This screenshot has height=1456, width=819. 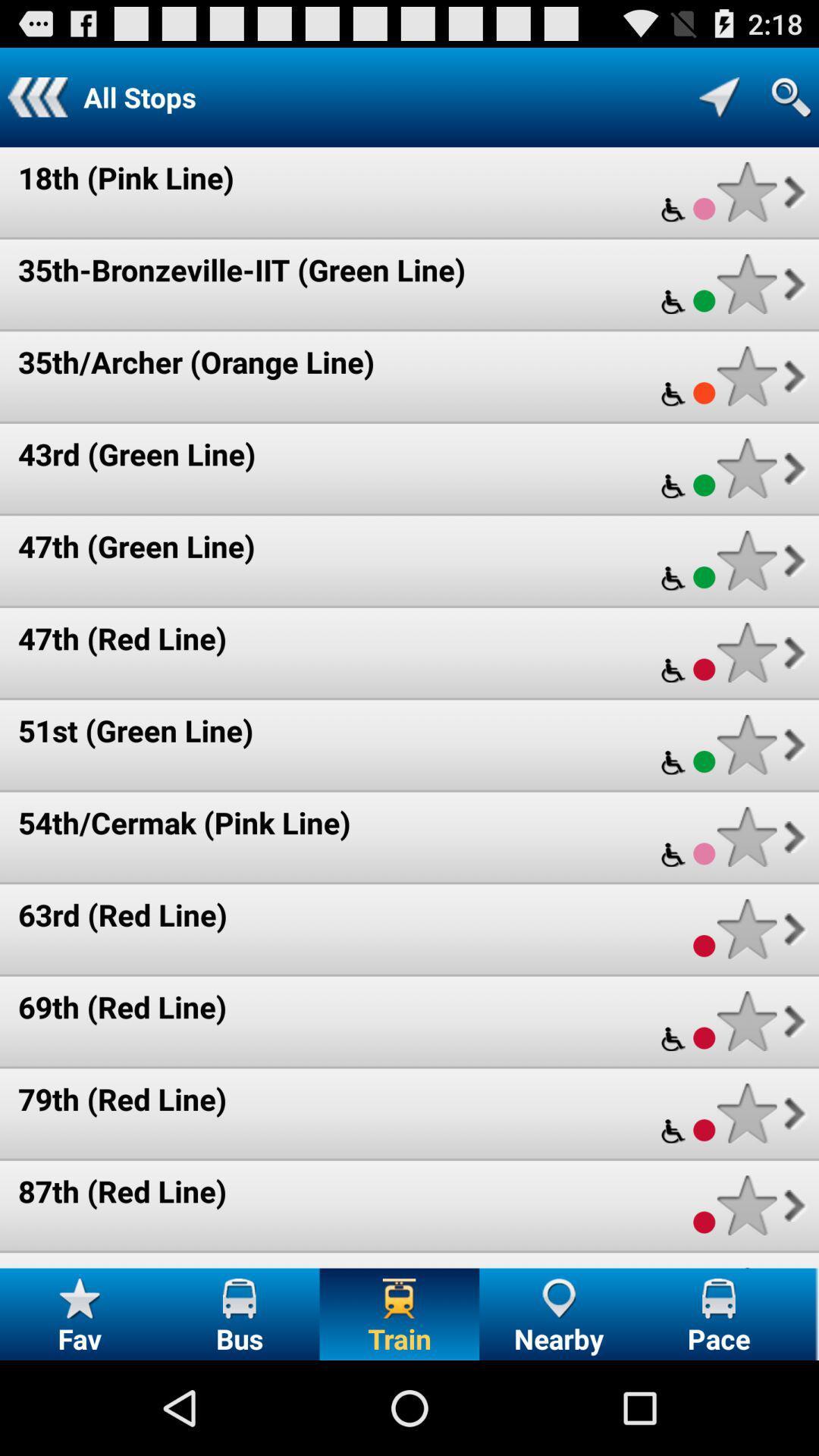 What do you see at coordinates (746, 191) in the screenshot?
I see `this one` at bounding box center [746, 191].